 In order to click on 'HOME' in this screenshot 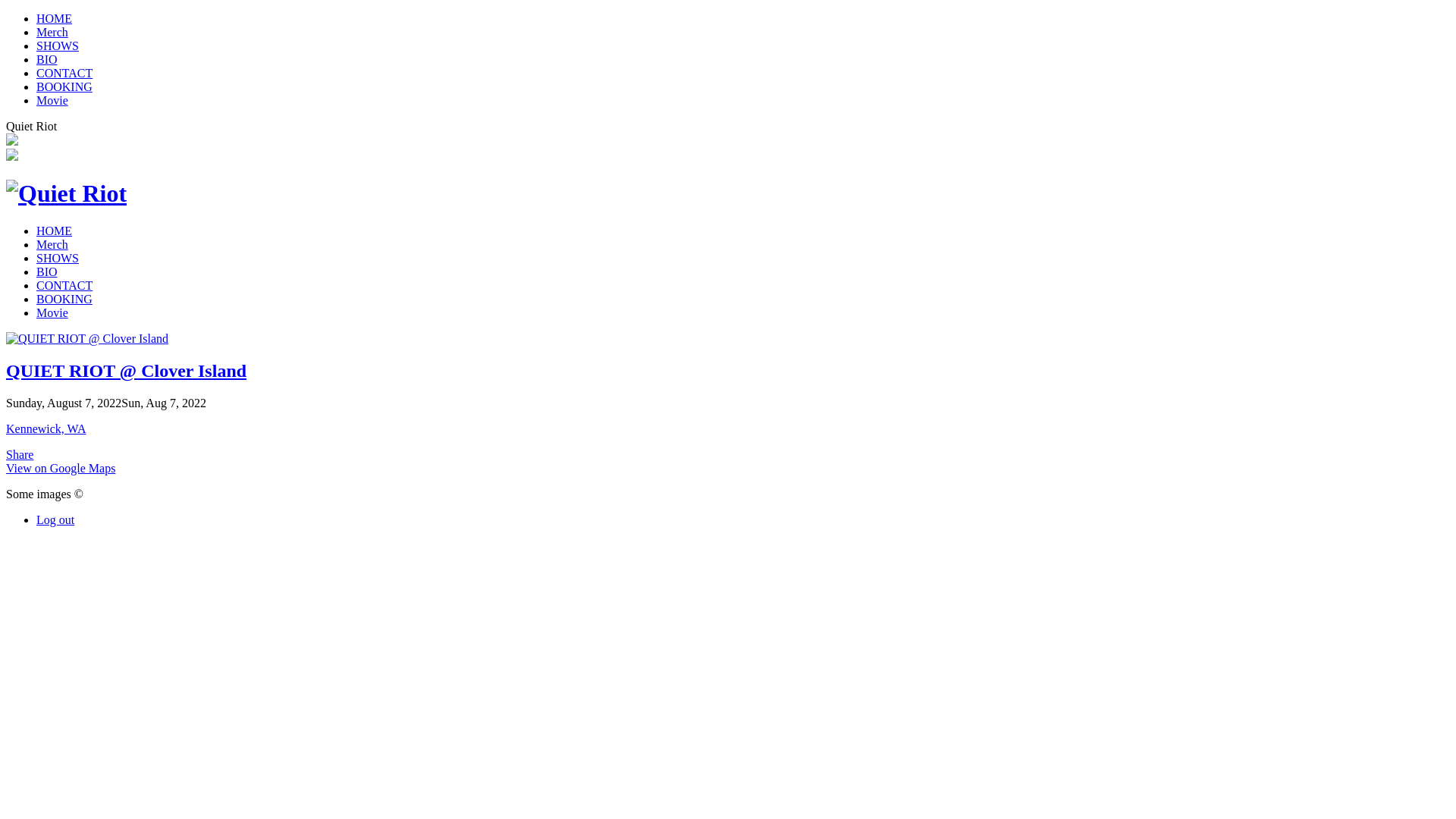, I will do `click(54, 18)`.